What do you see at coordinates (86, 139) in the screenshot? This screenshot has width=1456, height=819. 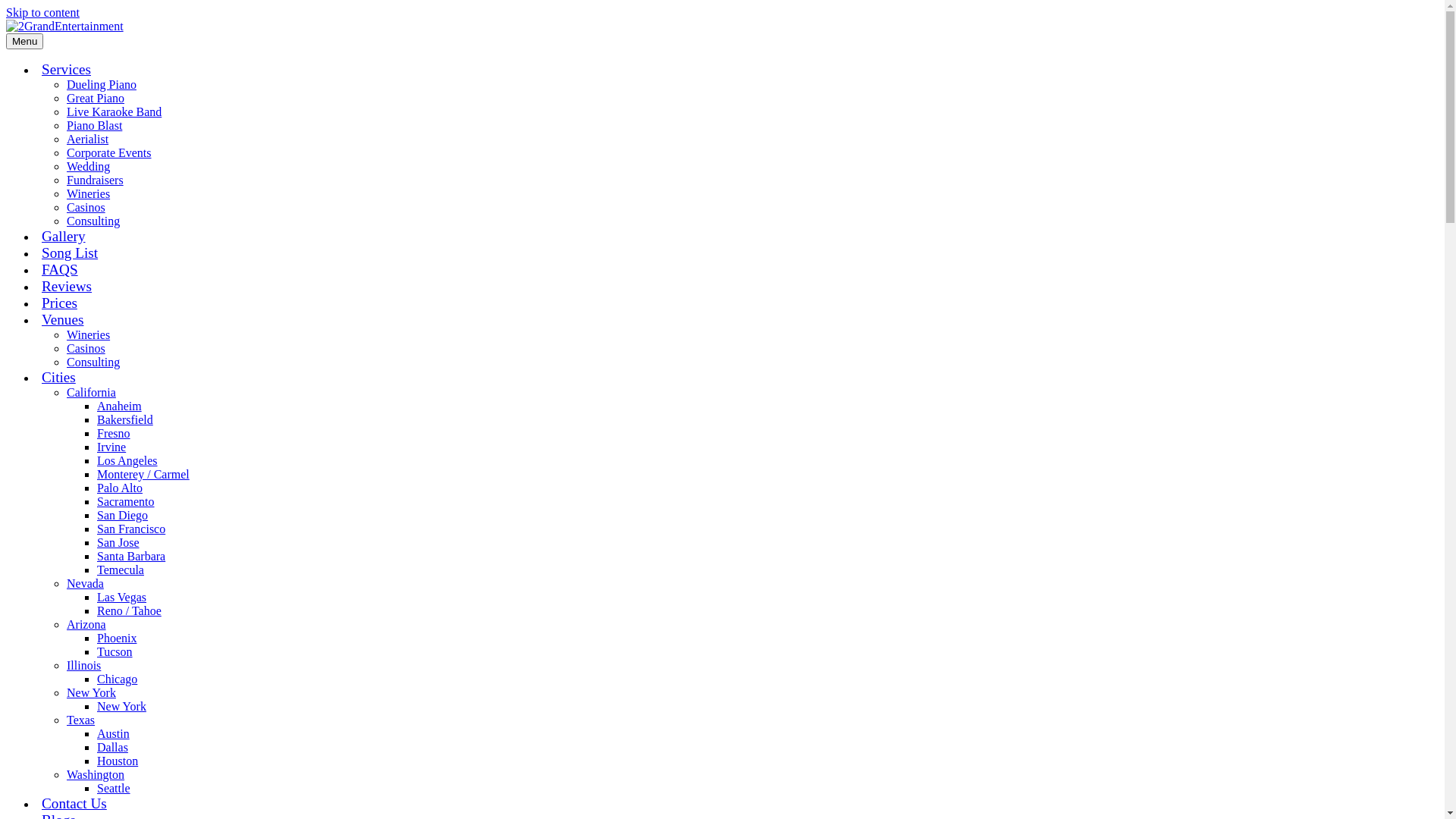 I see `'Aerialist'` at bounding box center [86, 139].